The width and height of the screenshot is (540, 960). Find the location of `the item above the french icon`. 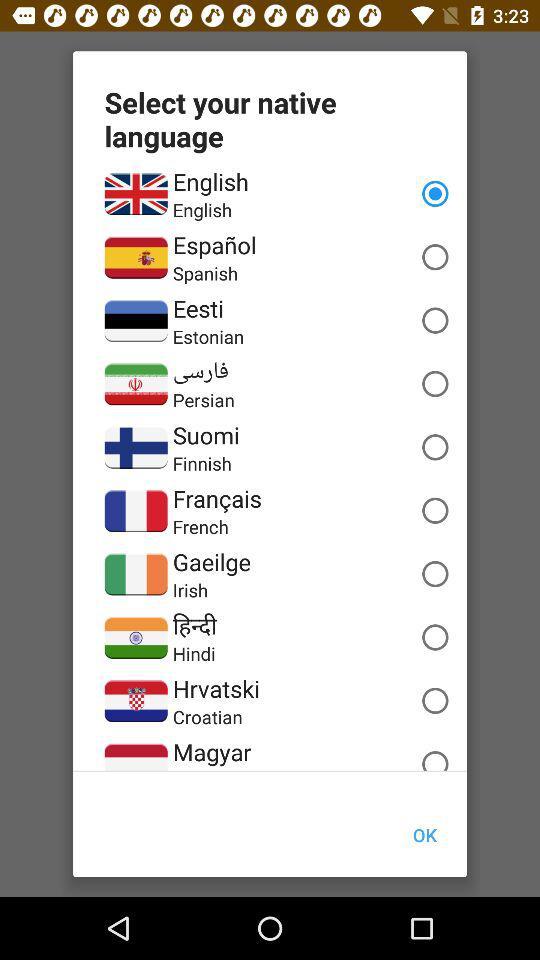

the item above the french icon is located at coordinates (216, 497).